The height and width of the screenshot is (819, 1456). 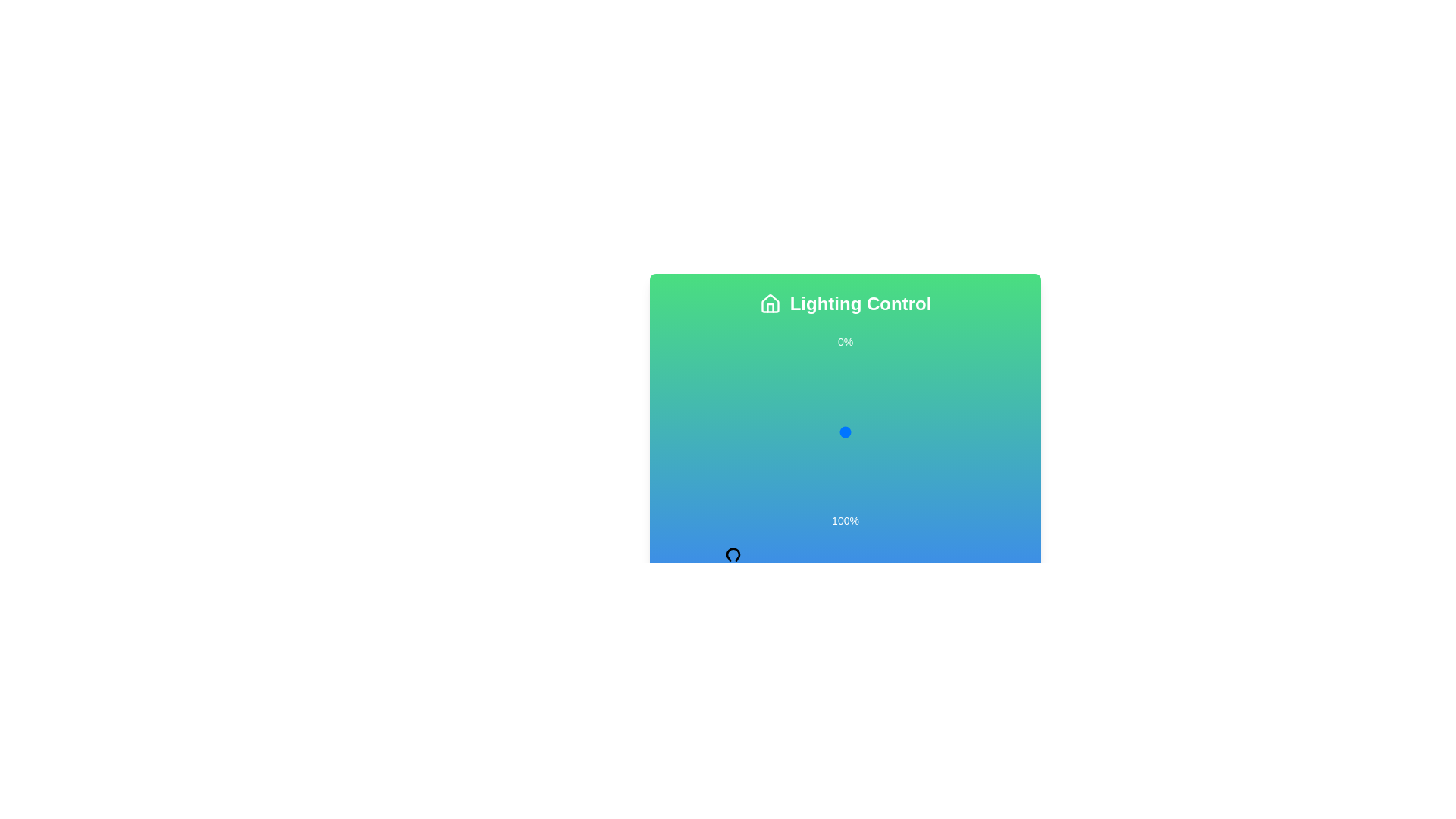 I want to click on the Slider/Range Input Component, so click(x=844, y=431).